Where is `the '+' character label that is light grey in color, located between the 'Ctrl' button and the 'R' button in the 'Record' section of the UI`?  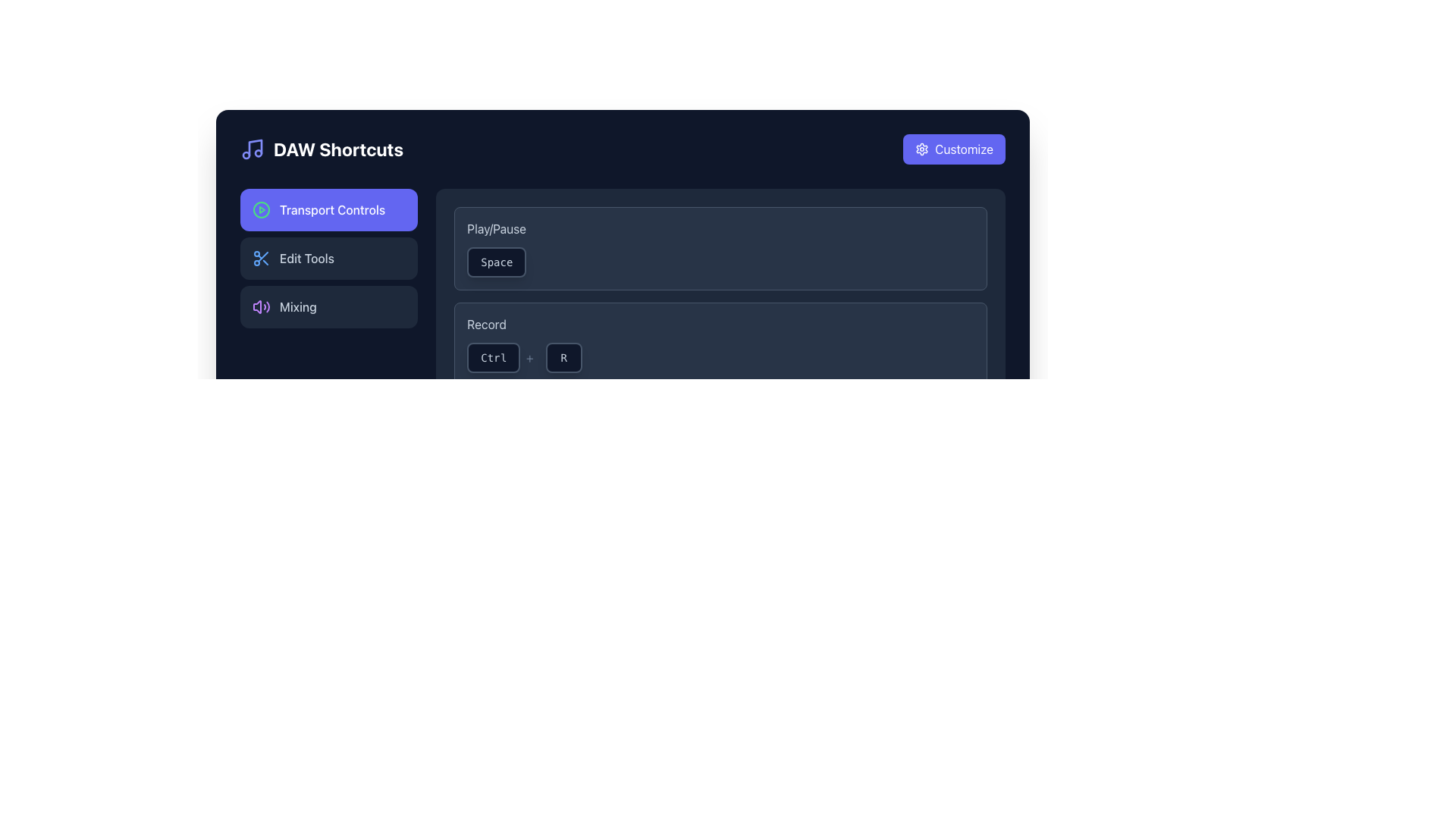
the '+' character label that is light grey in color, located between the 'Ctrl' button and the 'R' button in the 'Record' section of the UI is located at coordinates (529, 357).